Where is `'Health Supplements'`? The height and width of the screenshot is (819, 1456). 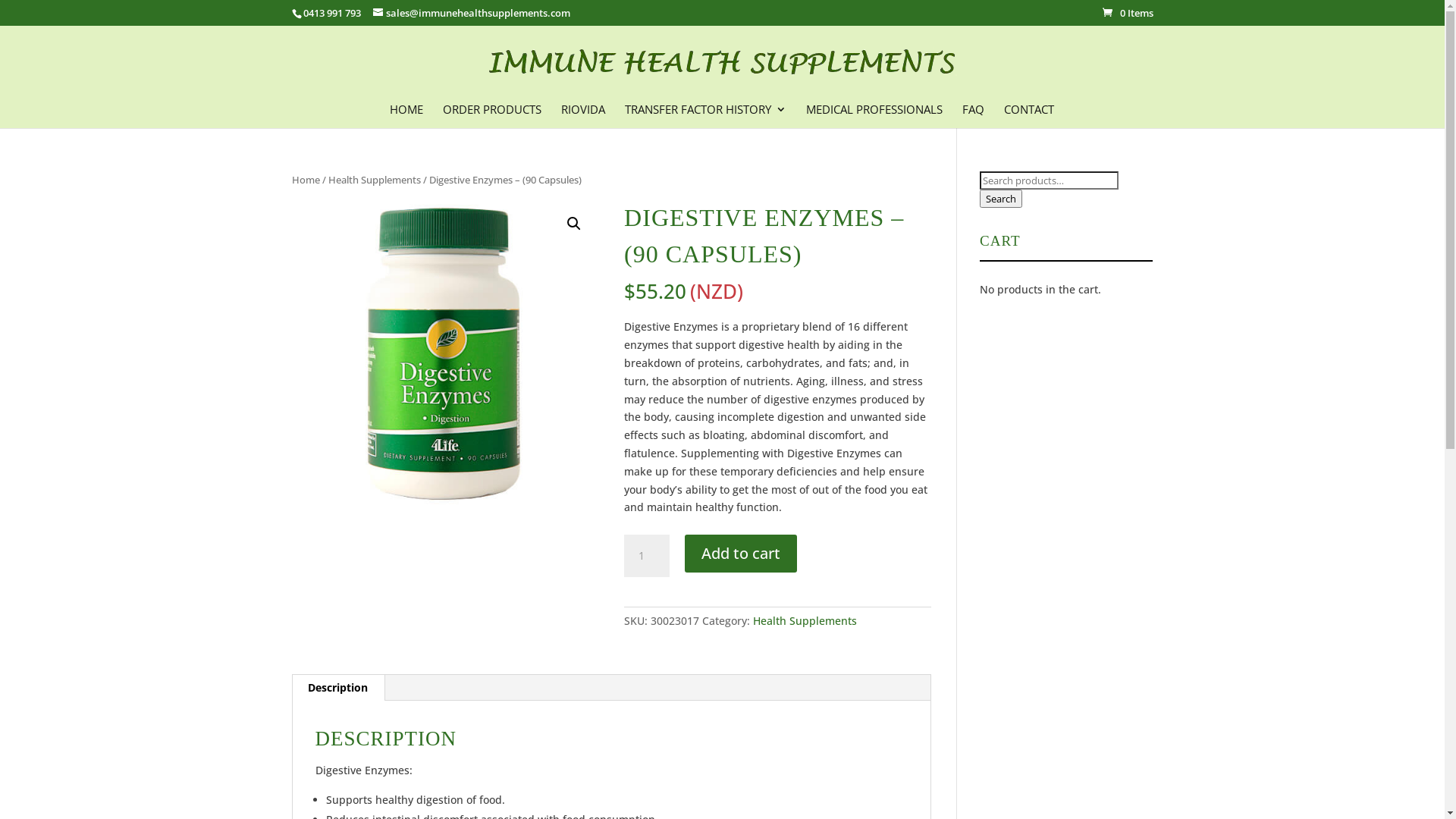 'Health Supplements' is located at coordinates (374, 178).